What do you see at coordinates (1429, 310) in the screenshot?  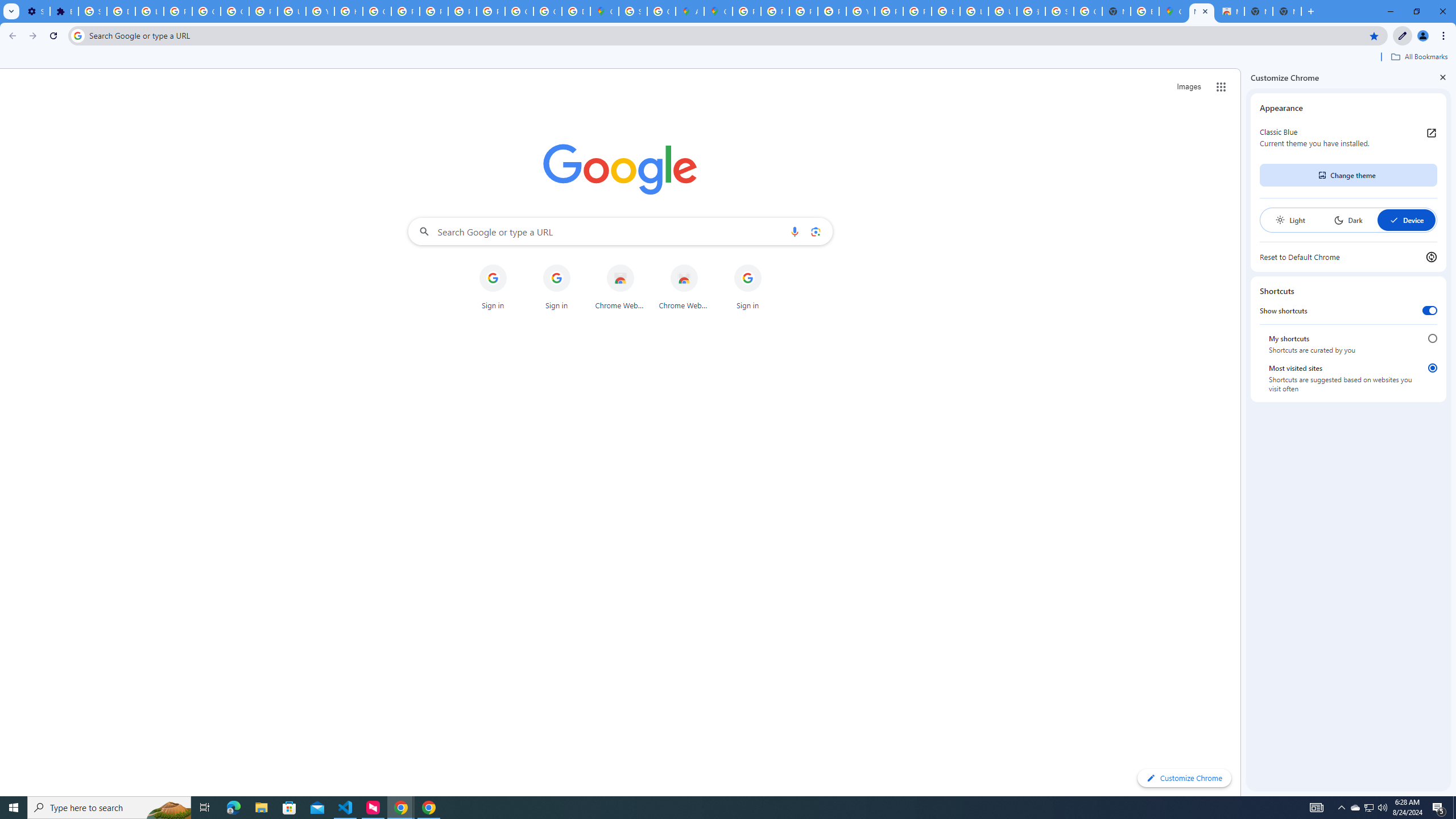 I see `'Show shortcuts'` at bounding box center [1429, 310].